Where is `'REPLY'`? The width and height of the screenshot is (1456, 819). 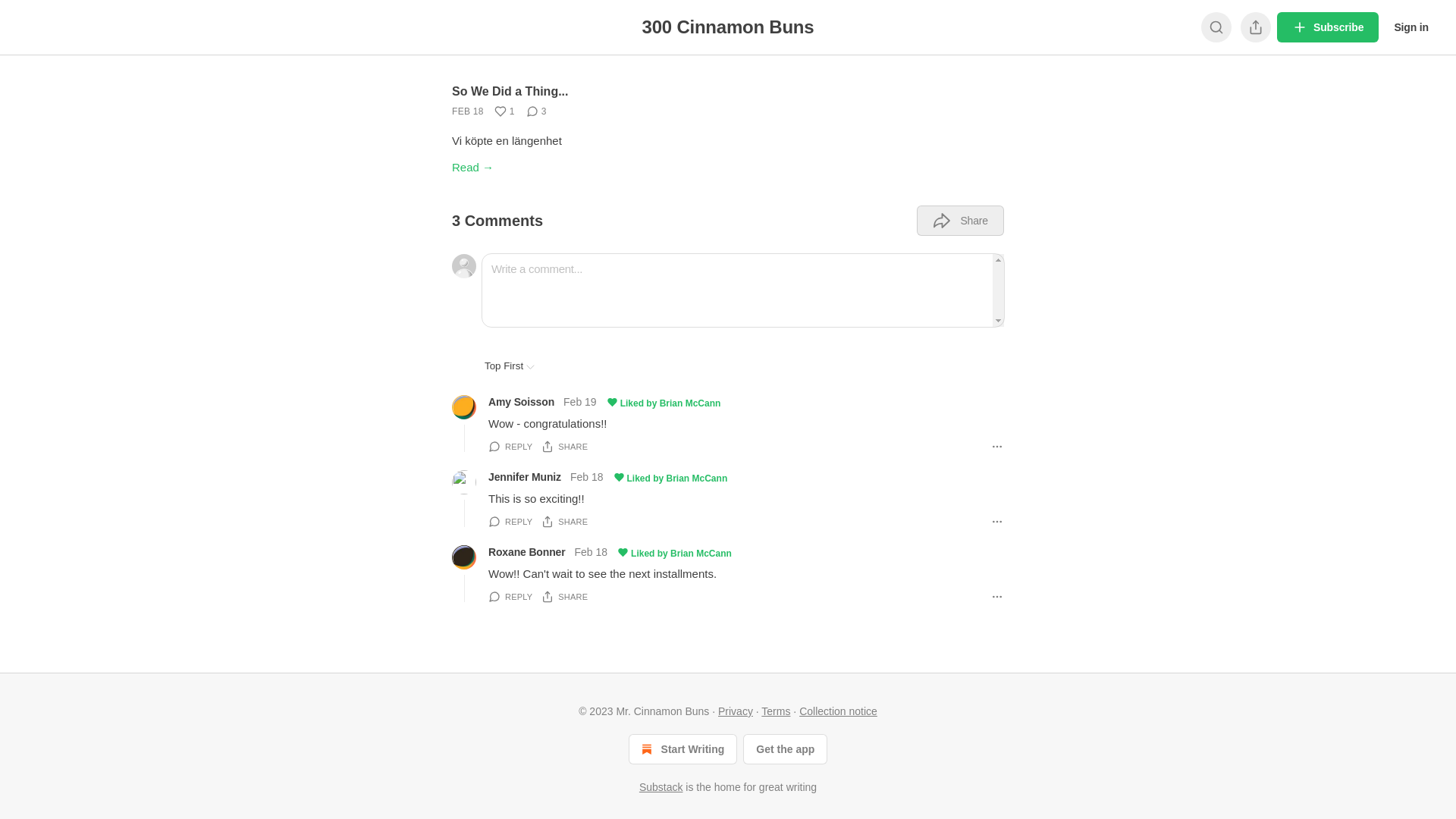 'REPLY' is located at coordinates (510, 520).